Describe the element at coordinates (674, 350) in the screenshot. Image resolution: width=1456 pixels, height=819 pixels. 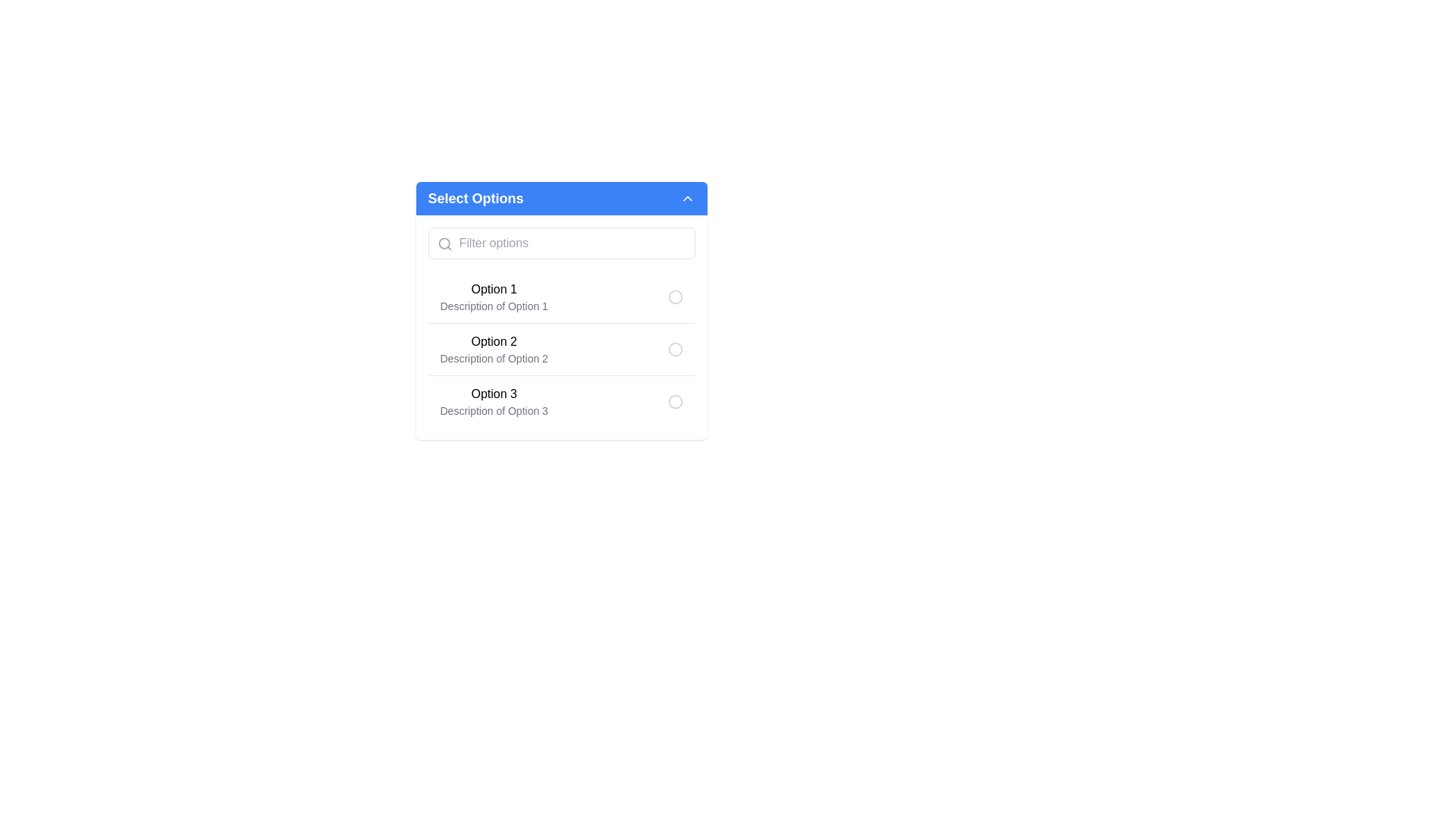
I see `the radio button indicator for 'Option 2' in the dropdown menu` at that location.